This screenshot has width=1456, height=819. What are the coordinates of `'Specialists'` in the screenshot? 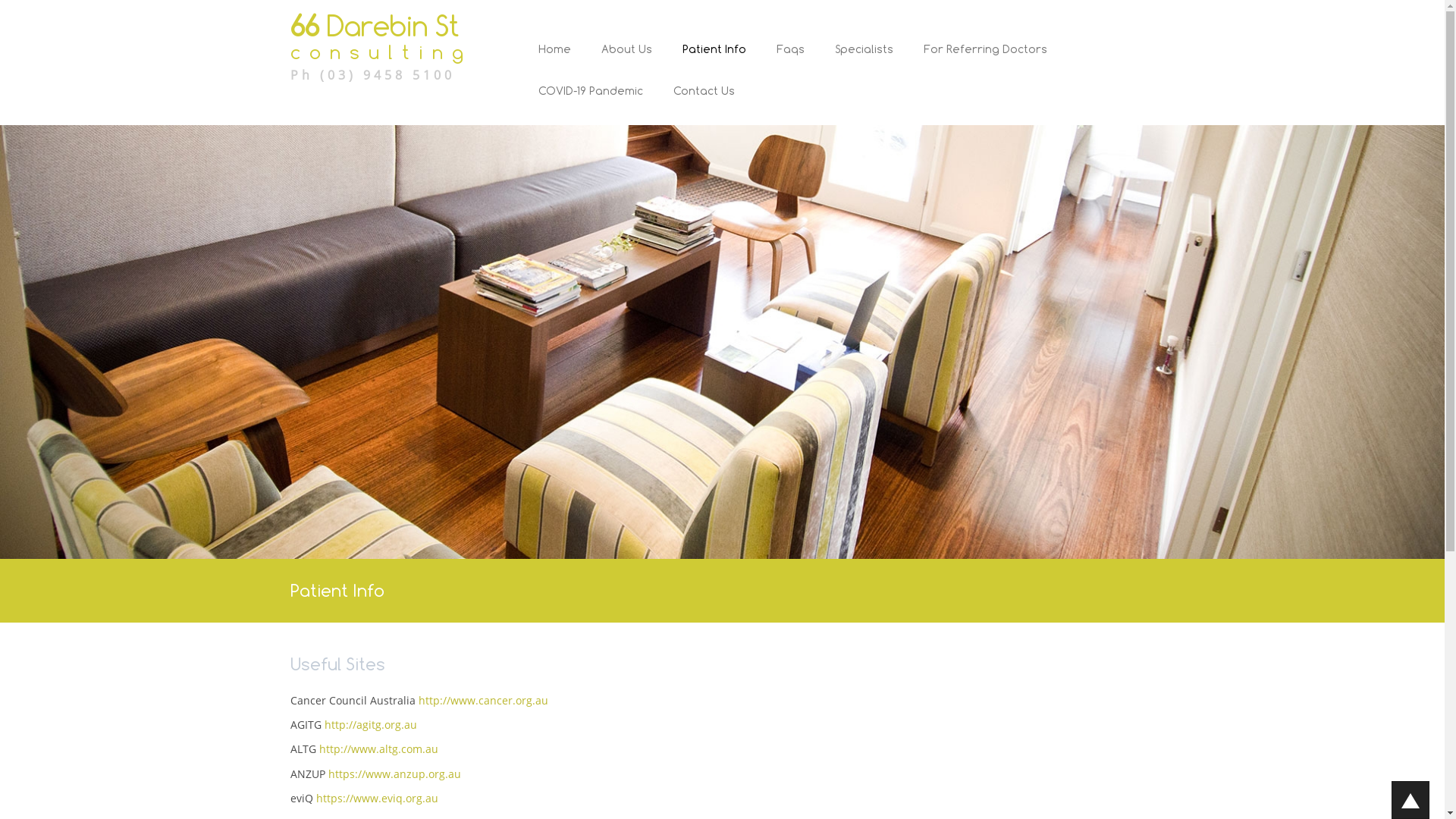 It's located at (864, 61).